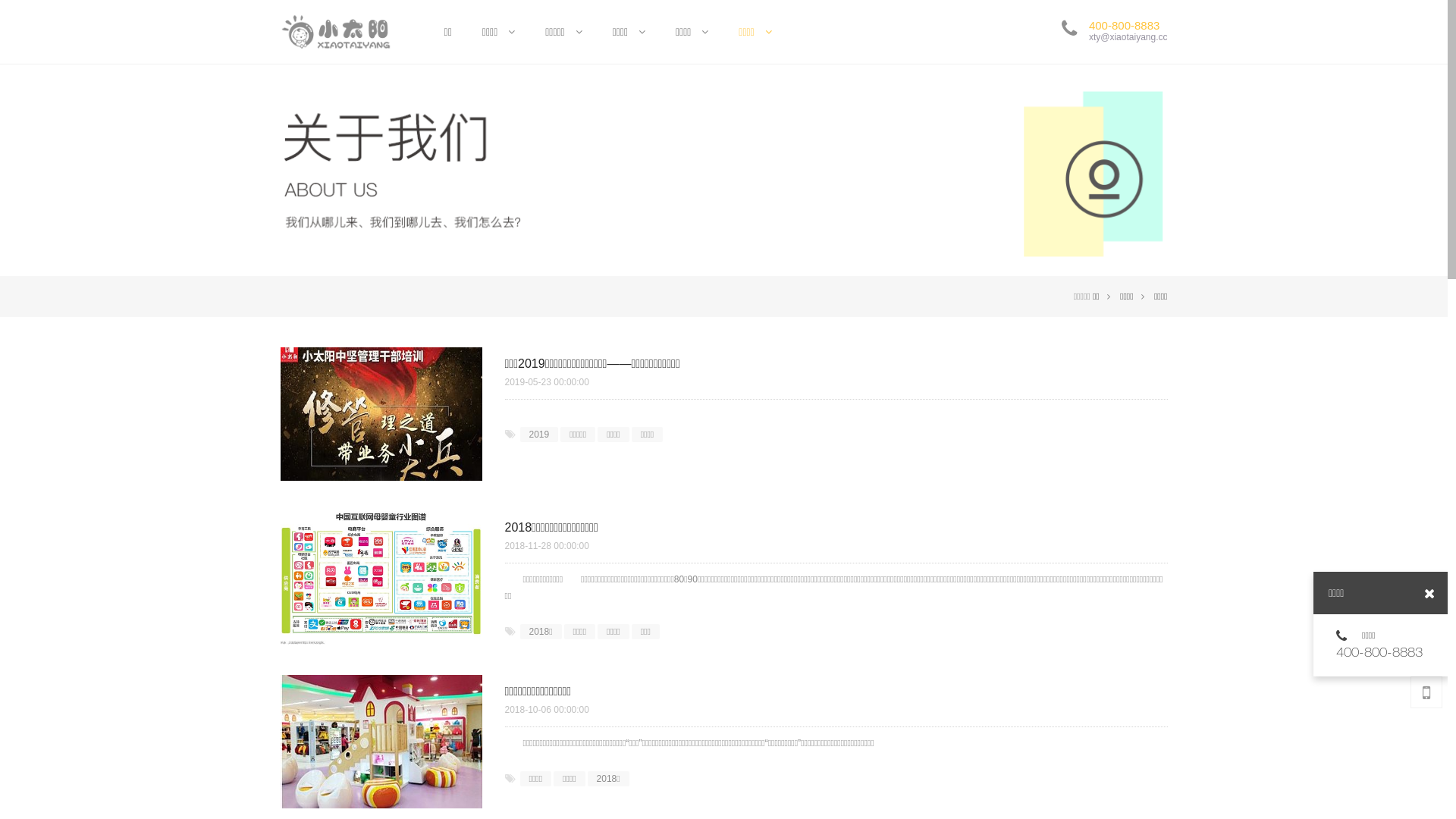 The width and height of the screenshot is (1456, 819). What do you see at coordinates (539, 435) in the screenshot?
I see `'2019'` at bounding box center [539, 435].